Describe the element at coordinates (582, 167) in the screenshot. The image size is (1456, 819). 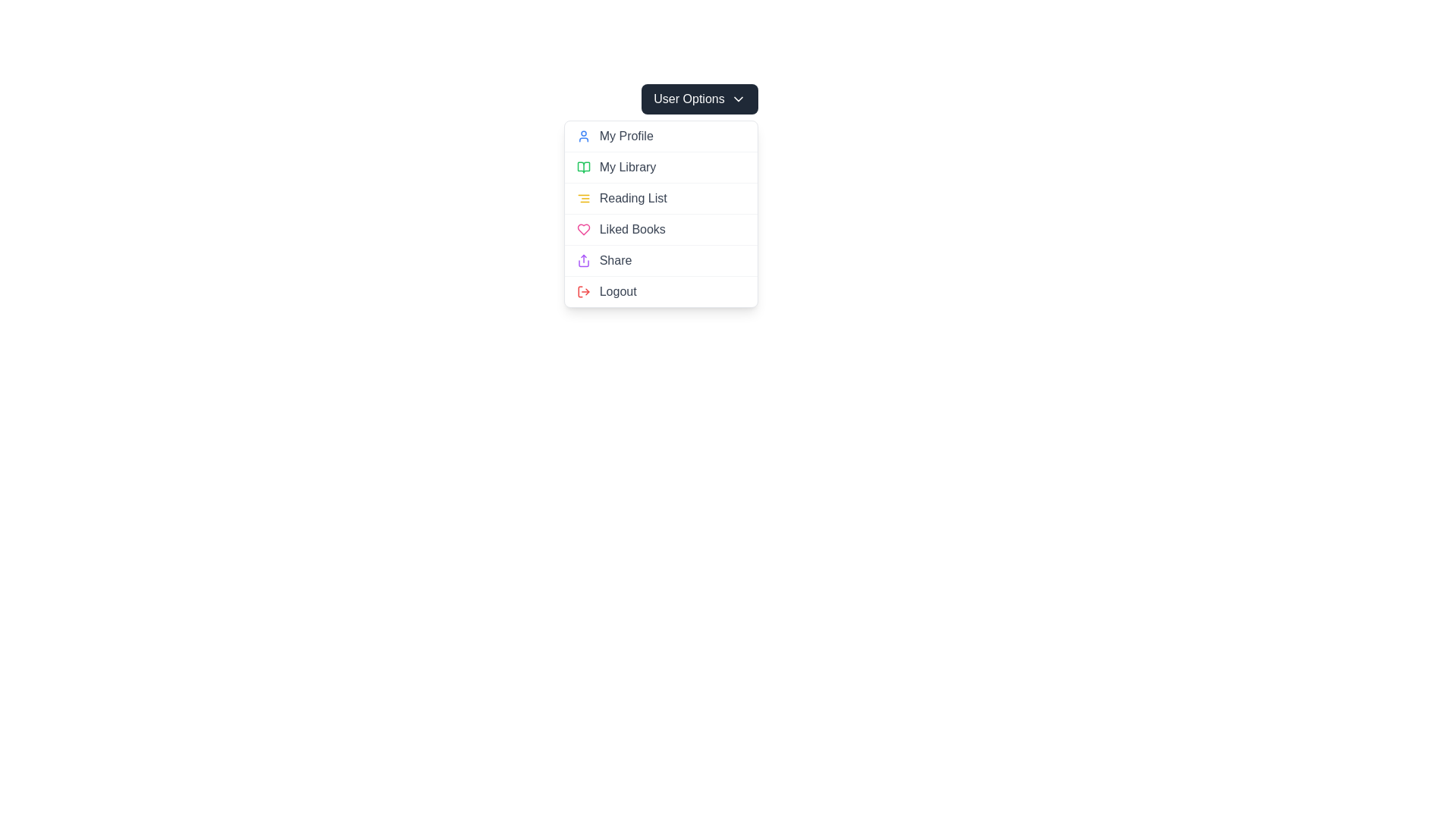
I see `the green tinted open book icon located in the 'My Library' dropdown menu` at that location.